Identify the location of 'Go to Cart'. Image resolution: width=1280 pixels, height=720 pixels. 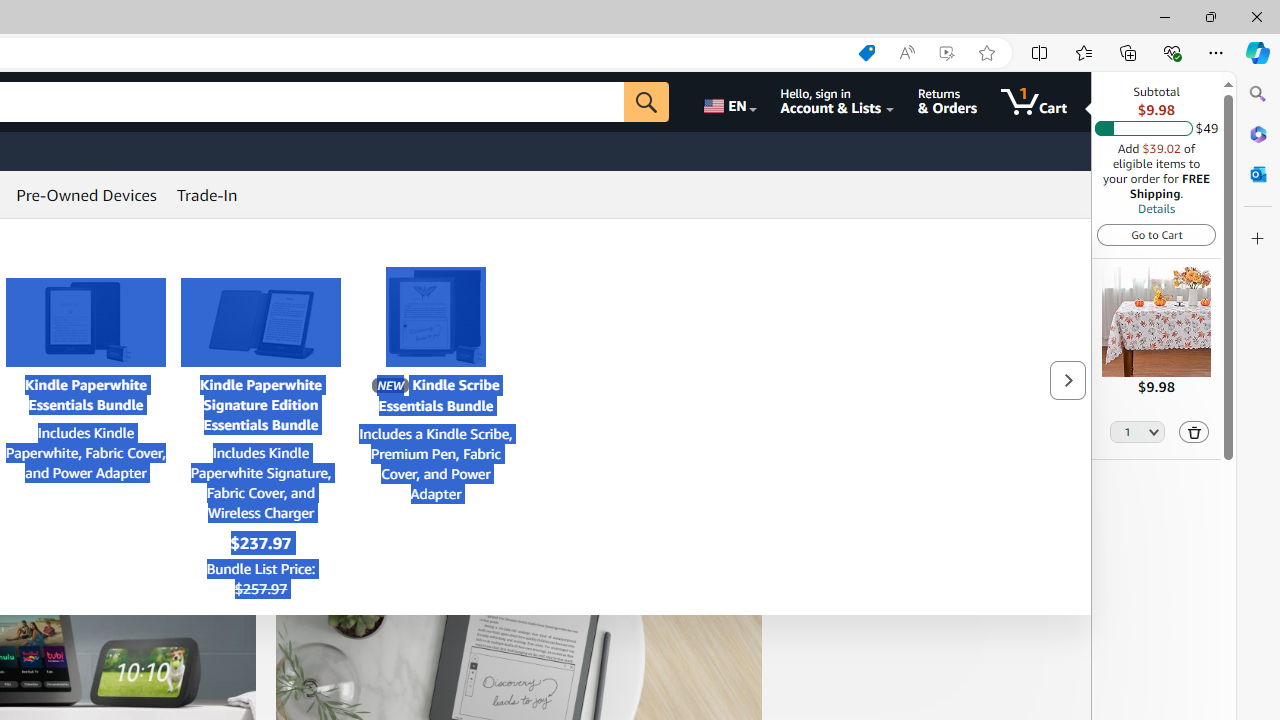
(1156, 233).